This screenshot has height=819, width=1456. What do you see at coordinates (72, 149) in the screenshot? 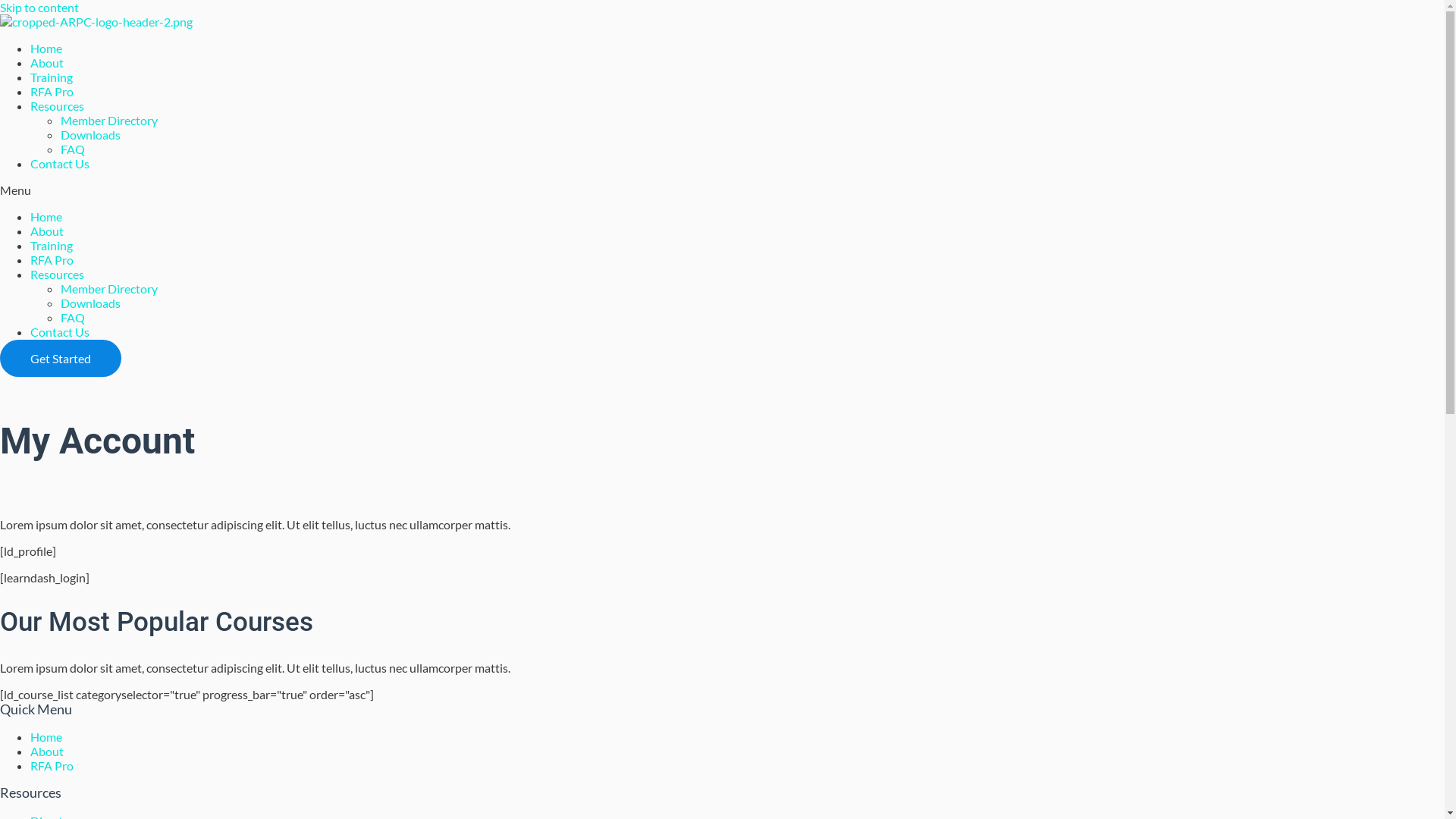
I see `'FAQ'` at bounding box center [72, 149].